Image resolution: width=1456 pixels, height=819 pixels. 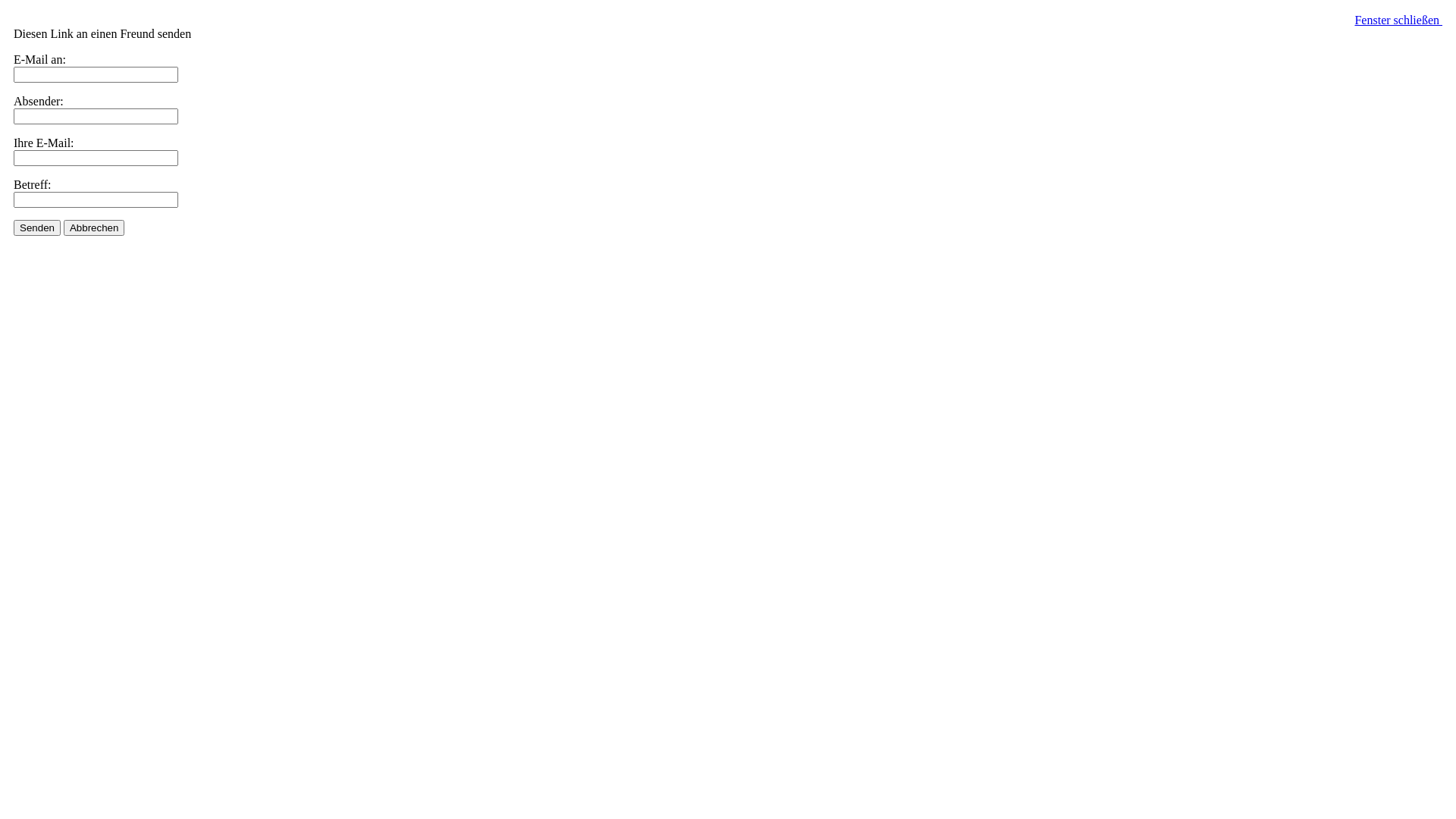 What do you see at coordinates (93, 227) in the screenshot?
I see `'Abbrechen'` at bounding box center [93, 227].